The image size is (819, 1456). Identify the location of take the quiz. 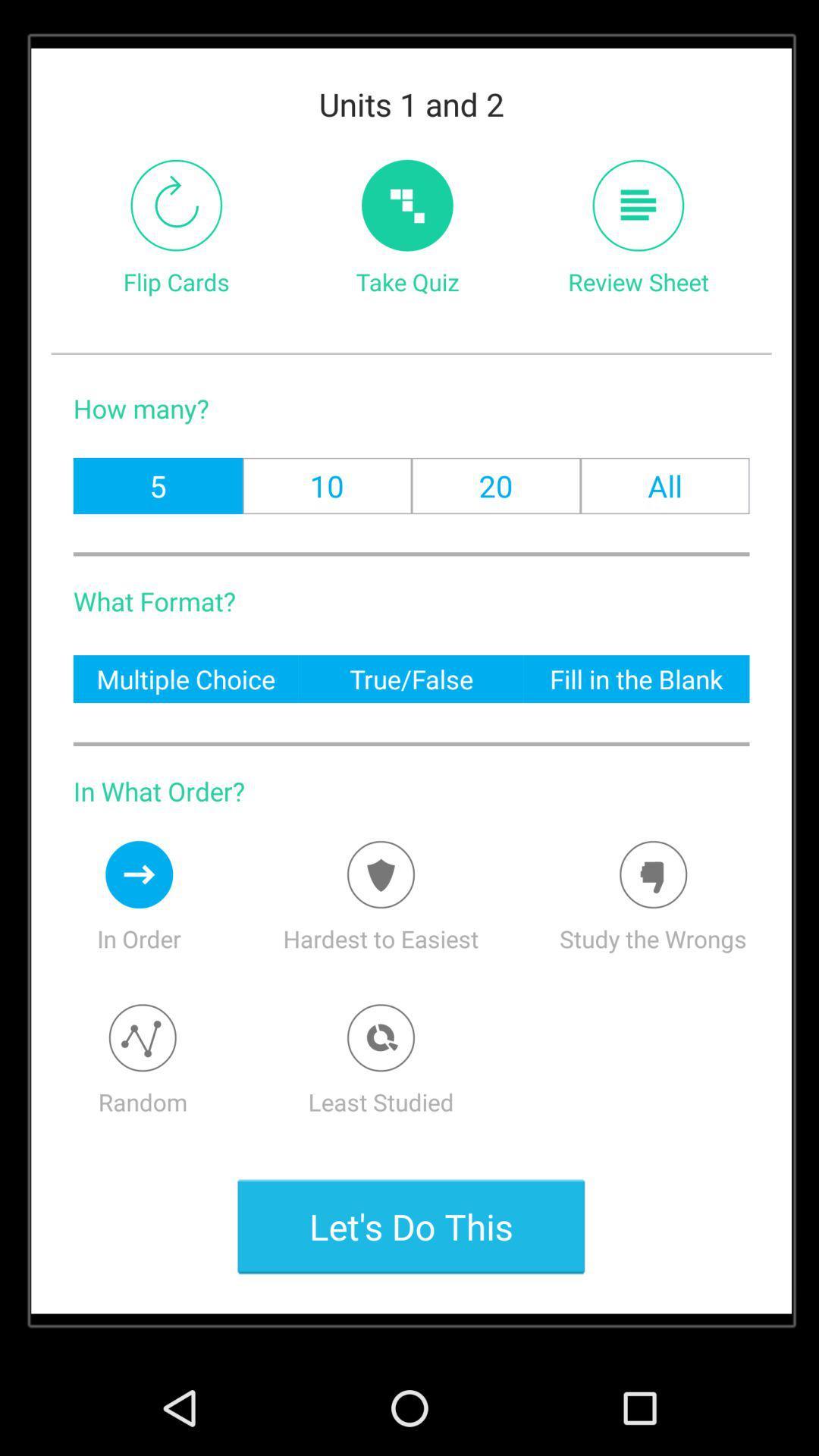
(406, 205).